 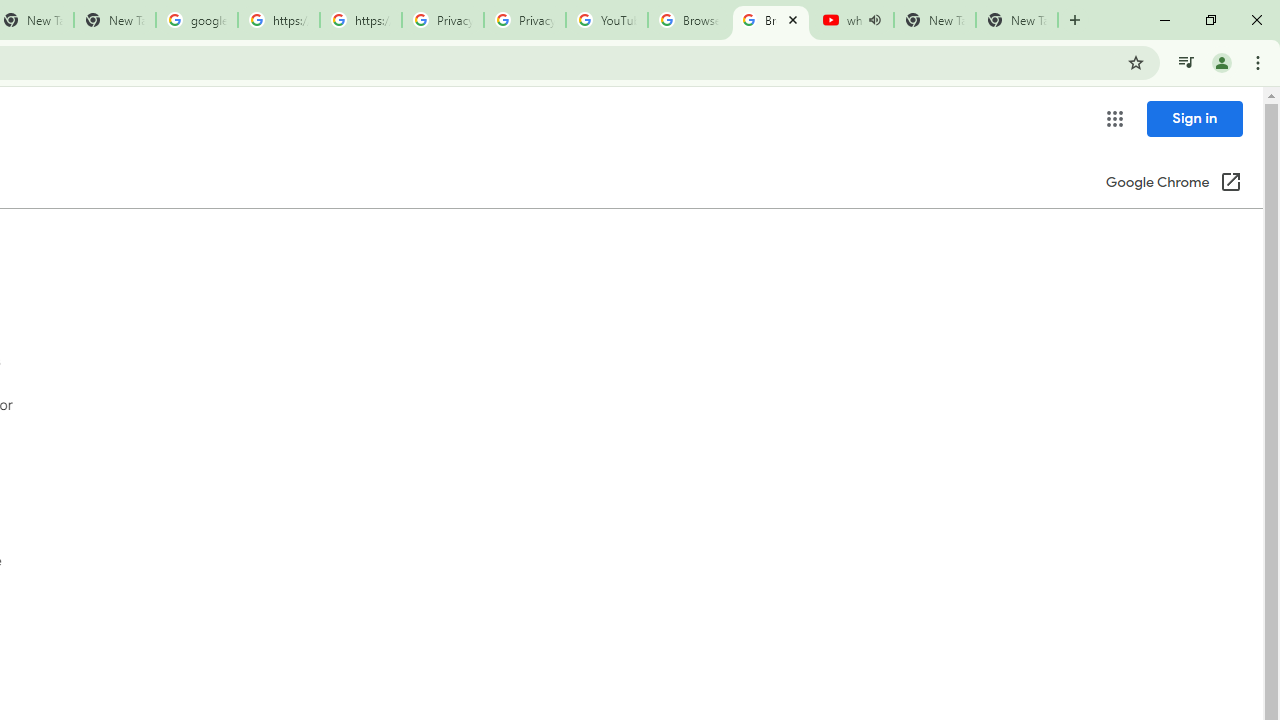 What do you see at coordinates (688, 20) in the screenshot?
I see `'Browse Chrome as a guest - Computer - Google Chrome Help'` at bounding box center [688, 20].